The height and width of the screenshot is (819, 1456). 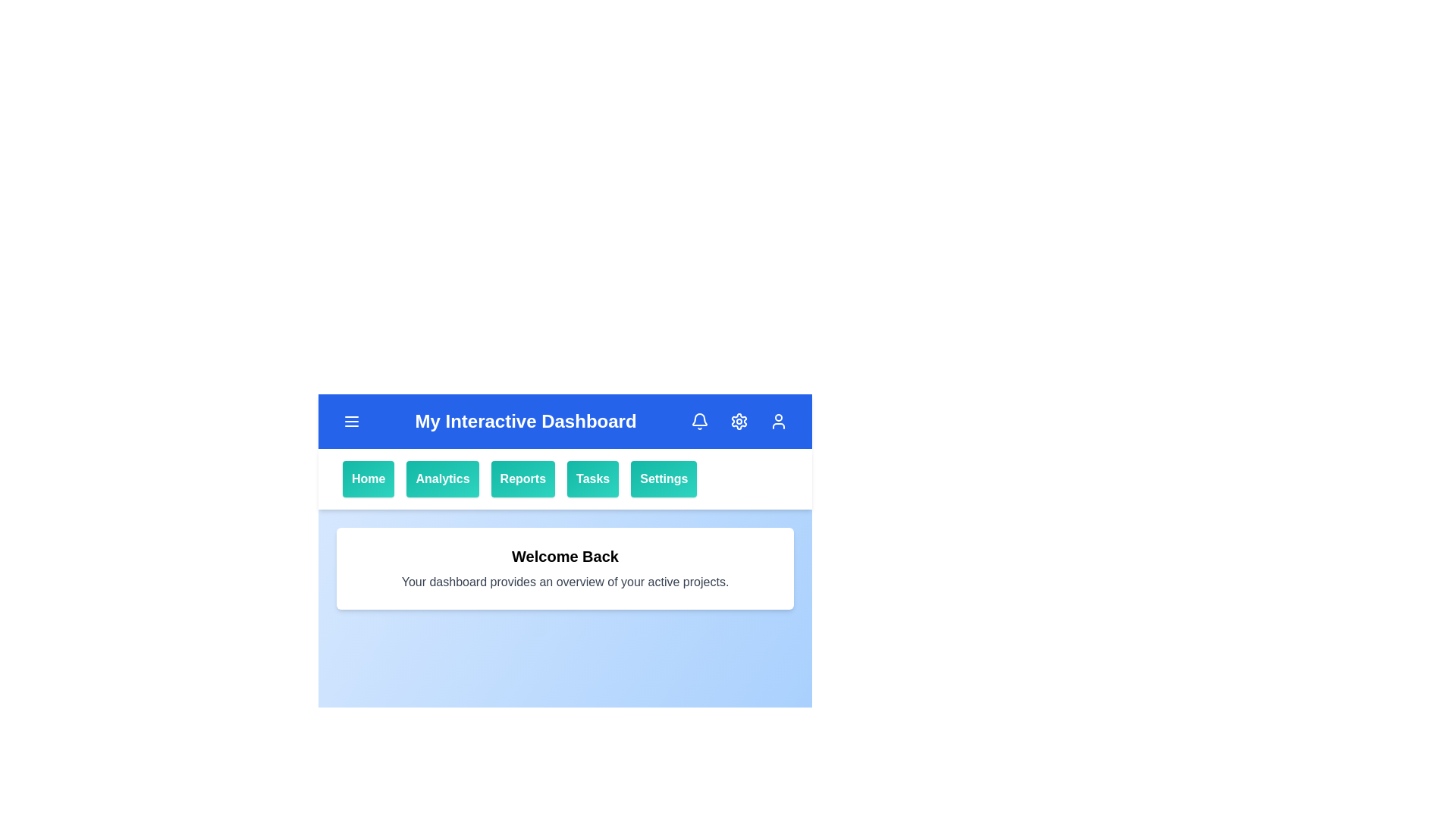 What do you see at coordinates (739, 421) in the screenshot?
I see `the settings icon in the top-right corner of the app bar` at bounding box center [739, 421].